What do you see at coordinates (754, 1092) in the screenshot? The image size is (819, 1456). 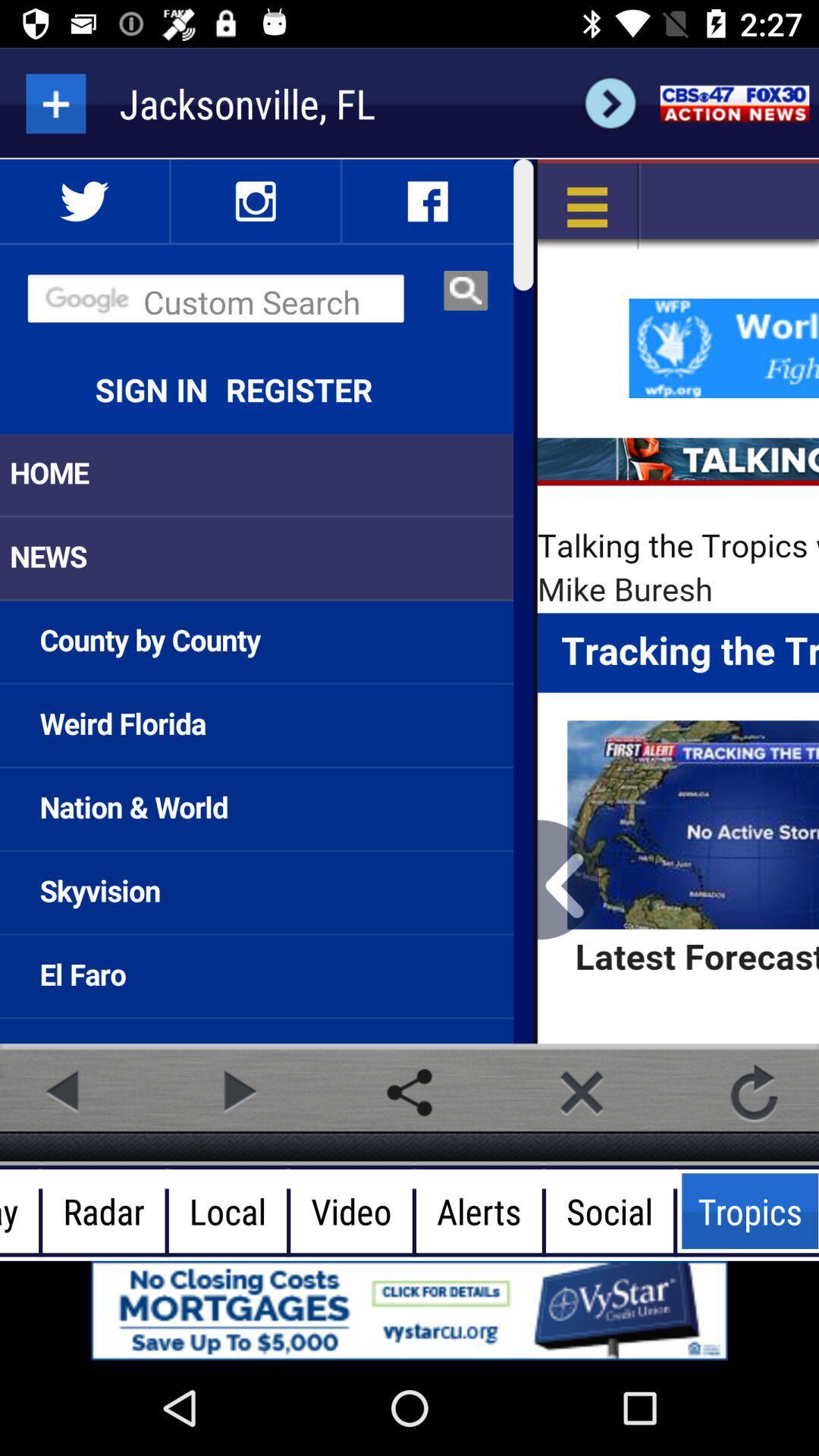 I see `the refresh icon` at bounding box center [754, 1092].